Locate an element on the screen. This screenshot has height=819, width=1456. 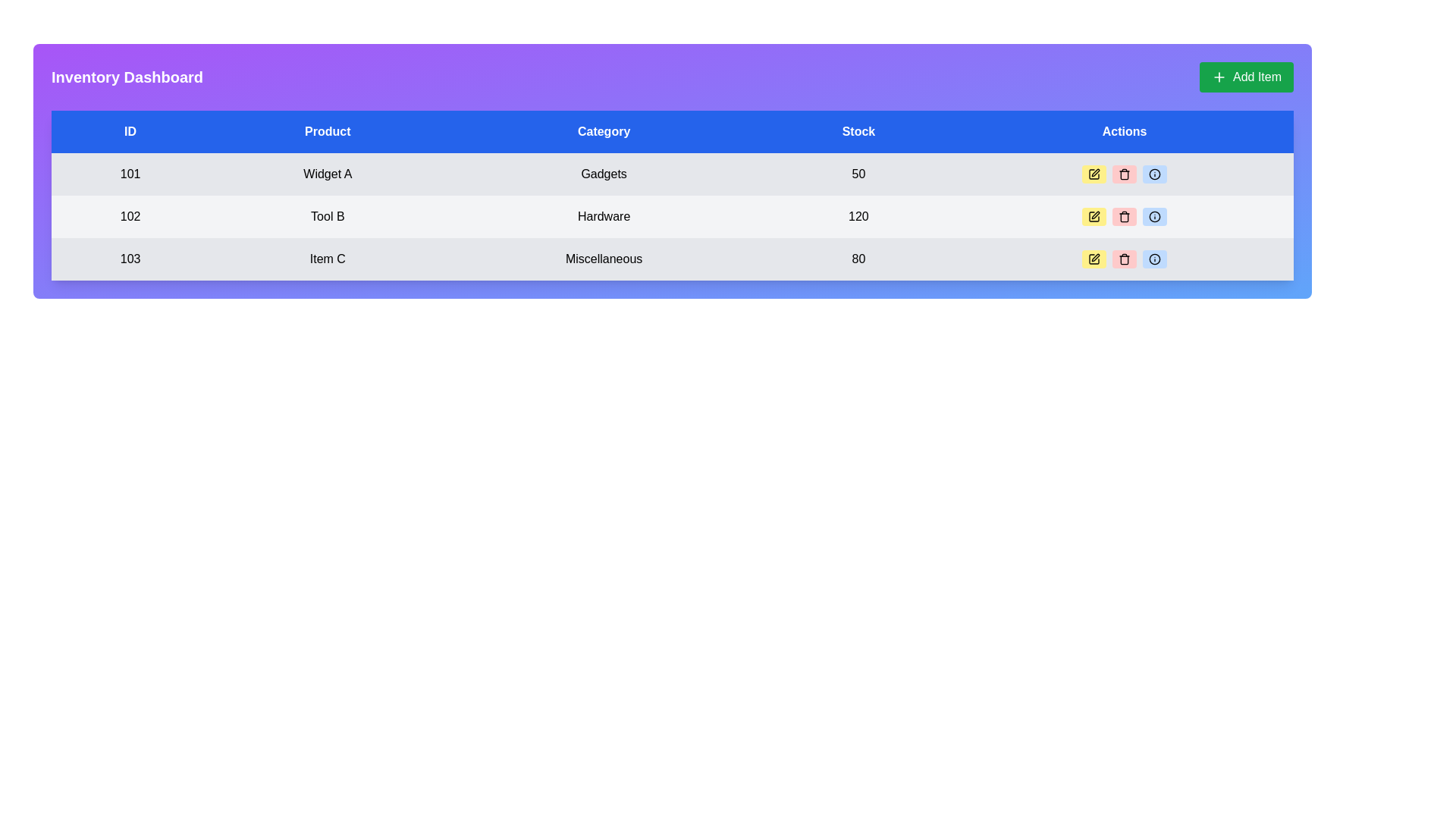
the numerical text '103' displayed in a bold, centered font style within the first column of the third row of the table is located at coordinates (130, 259).